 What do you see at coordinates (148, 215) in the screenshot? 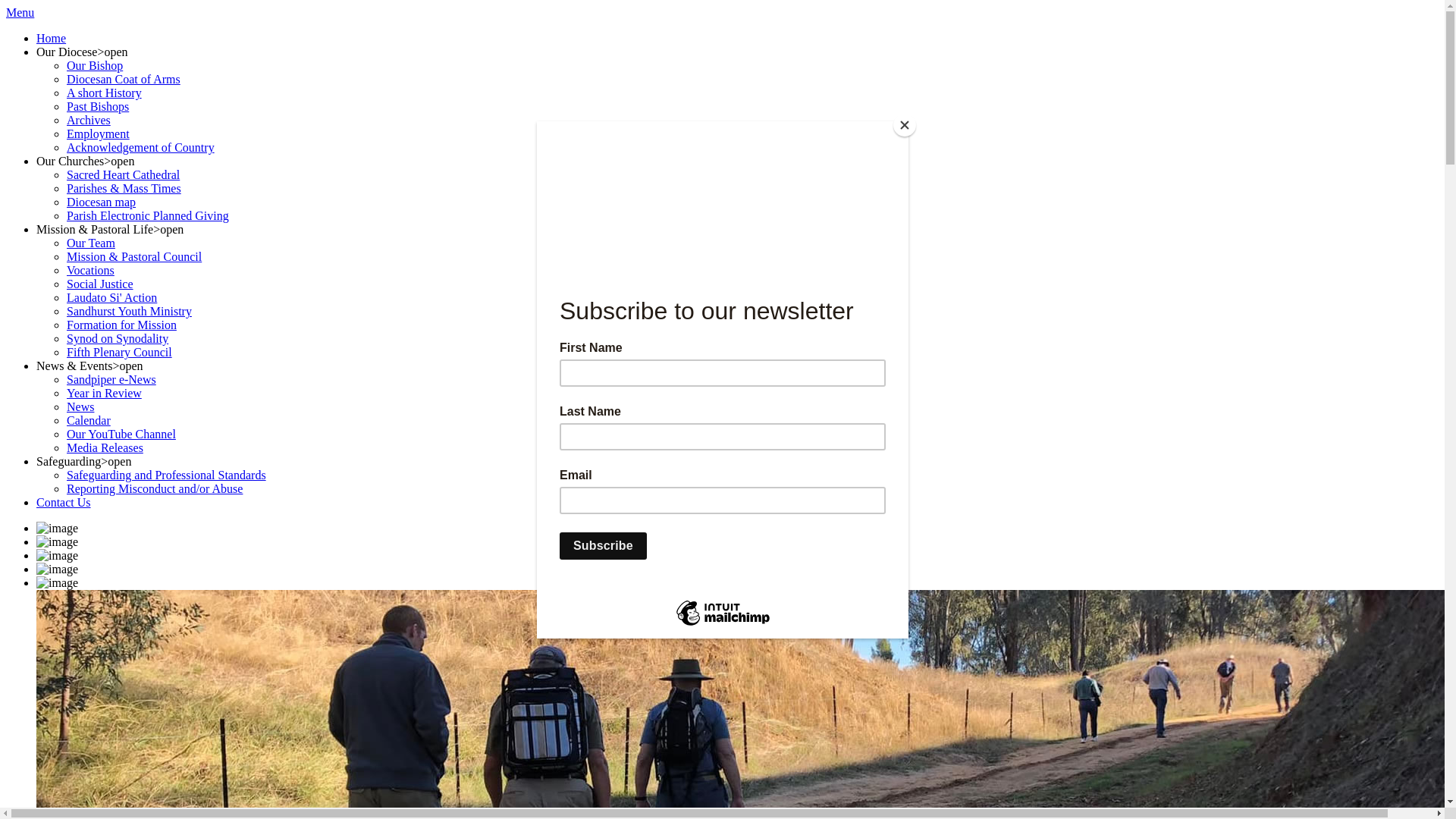
I see `'Parish Electronic Planned Giving'` at bounding box center [148, 215].